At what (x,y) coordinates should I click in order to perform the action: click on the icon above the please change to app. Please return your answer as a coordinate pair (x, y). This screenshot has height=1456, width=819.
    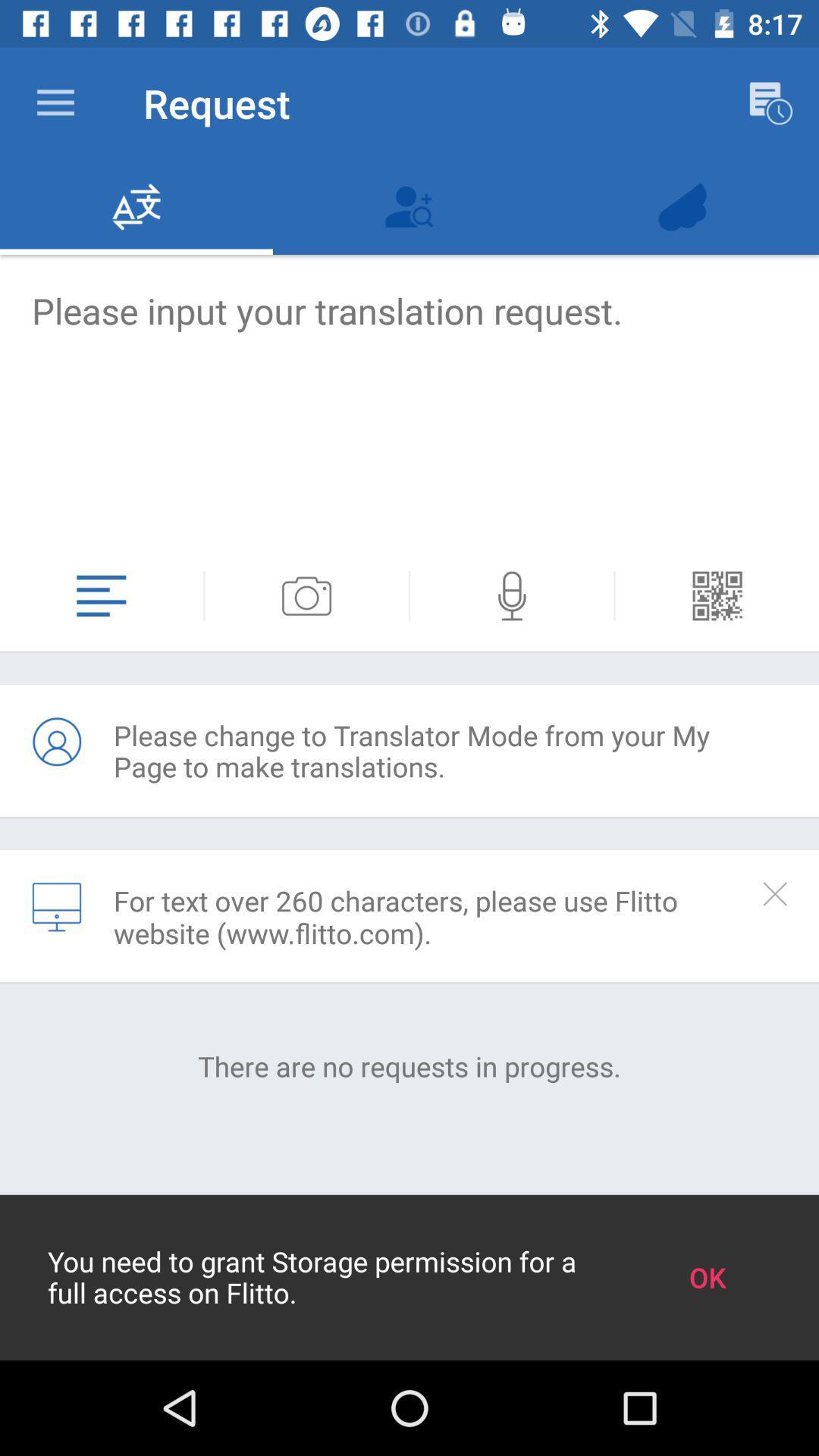
    Looking at the image, I should click on (512, 595).